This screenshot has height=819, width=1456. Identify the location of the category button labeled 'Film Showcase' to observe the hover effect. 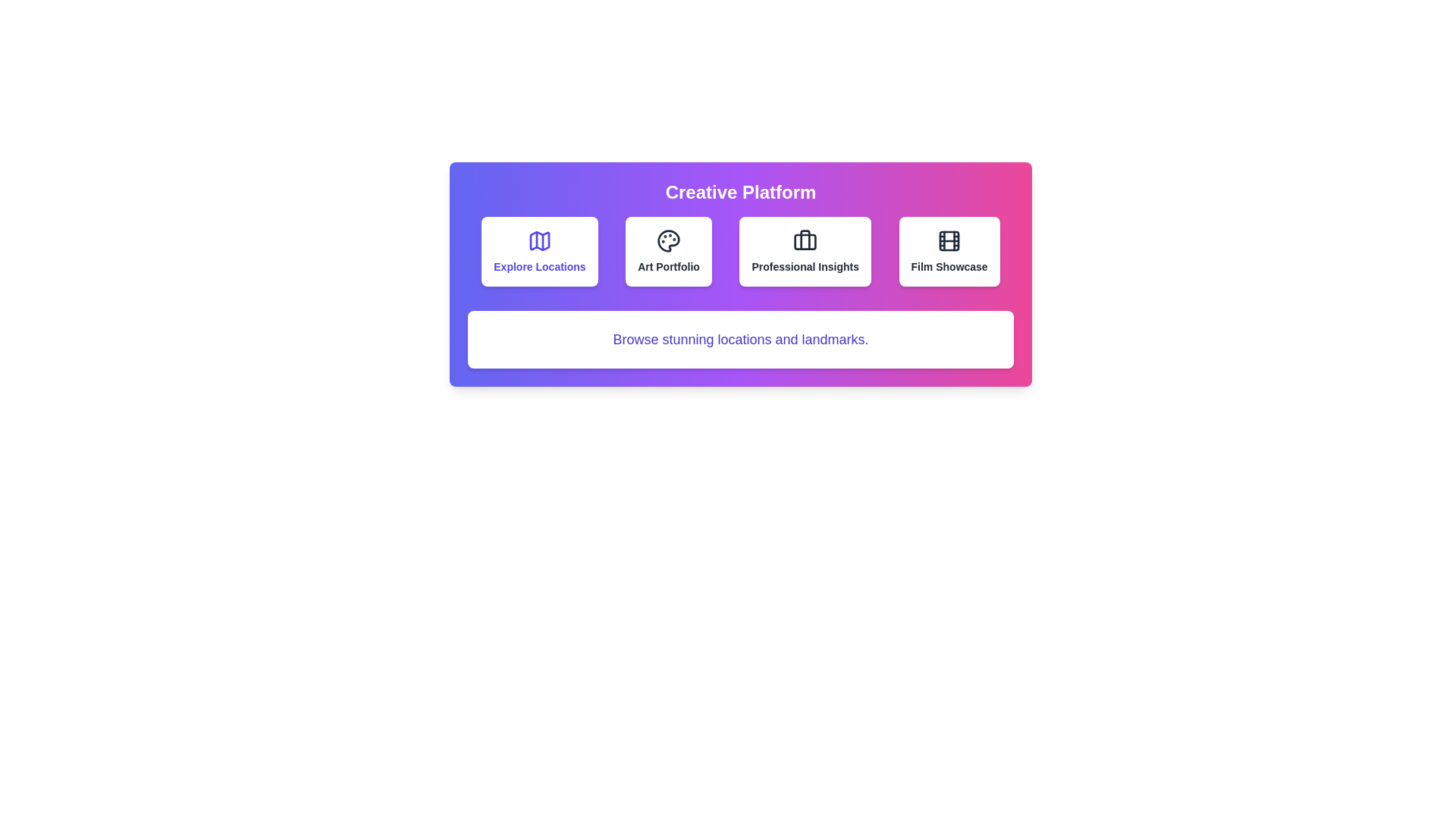
(949, 250).